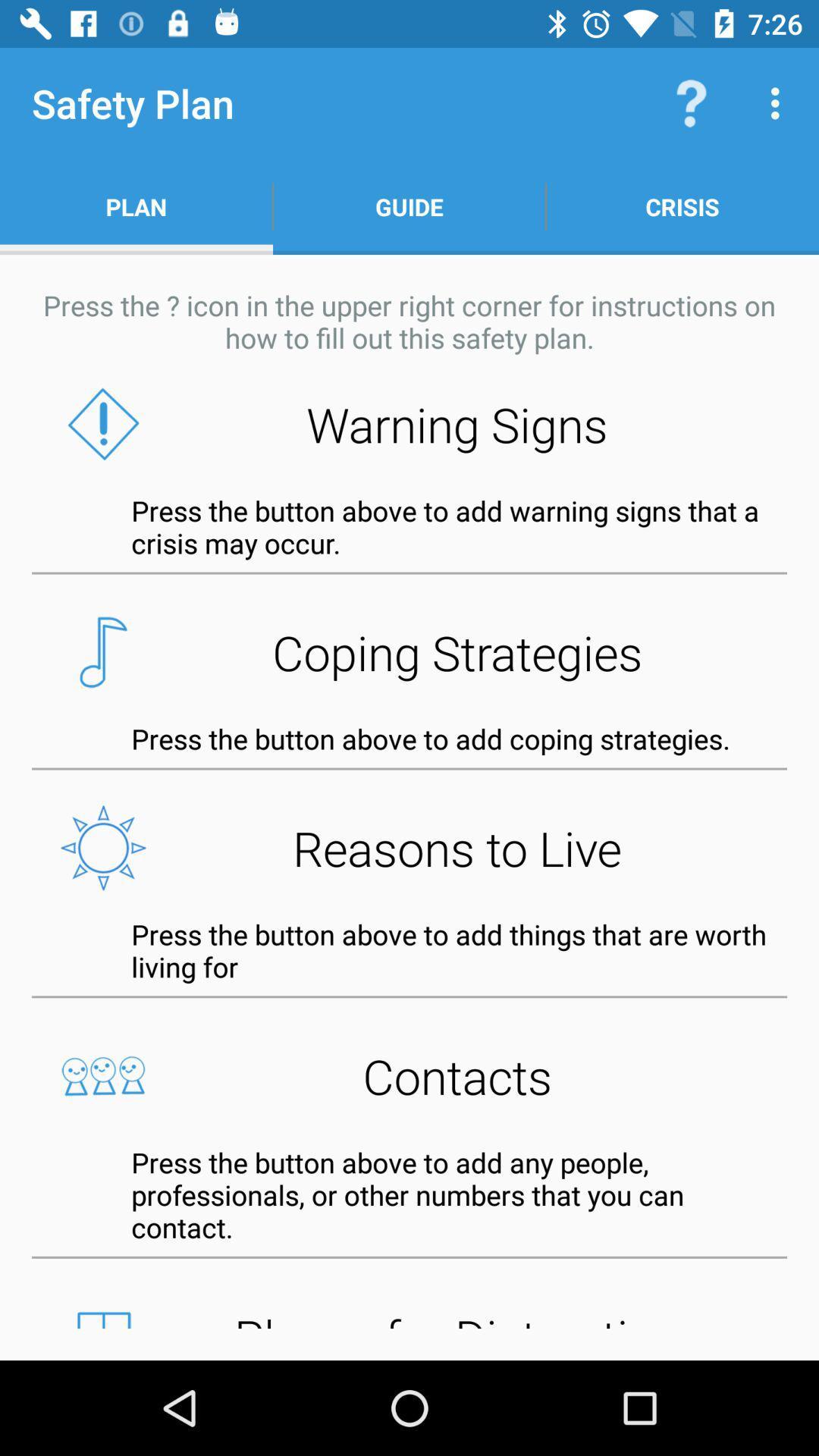 Image resolution: width=819 pixels, height=1456 pixels. Describe the element at coordinates (409, 1075) in the screenshot. I see `the contacts button` at that location.